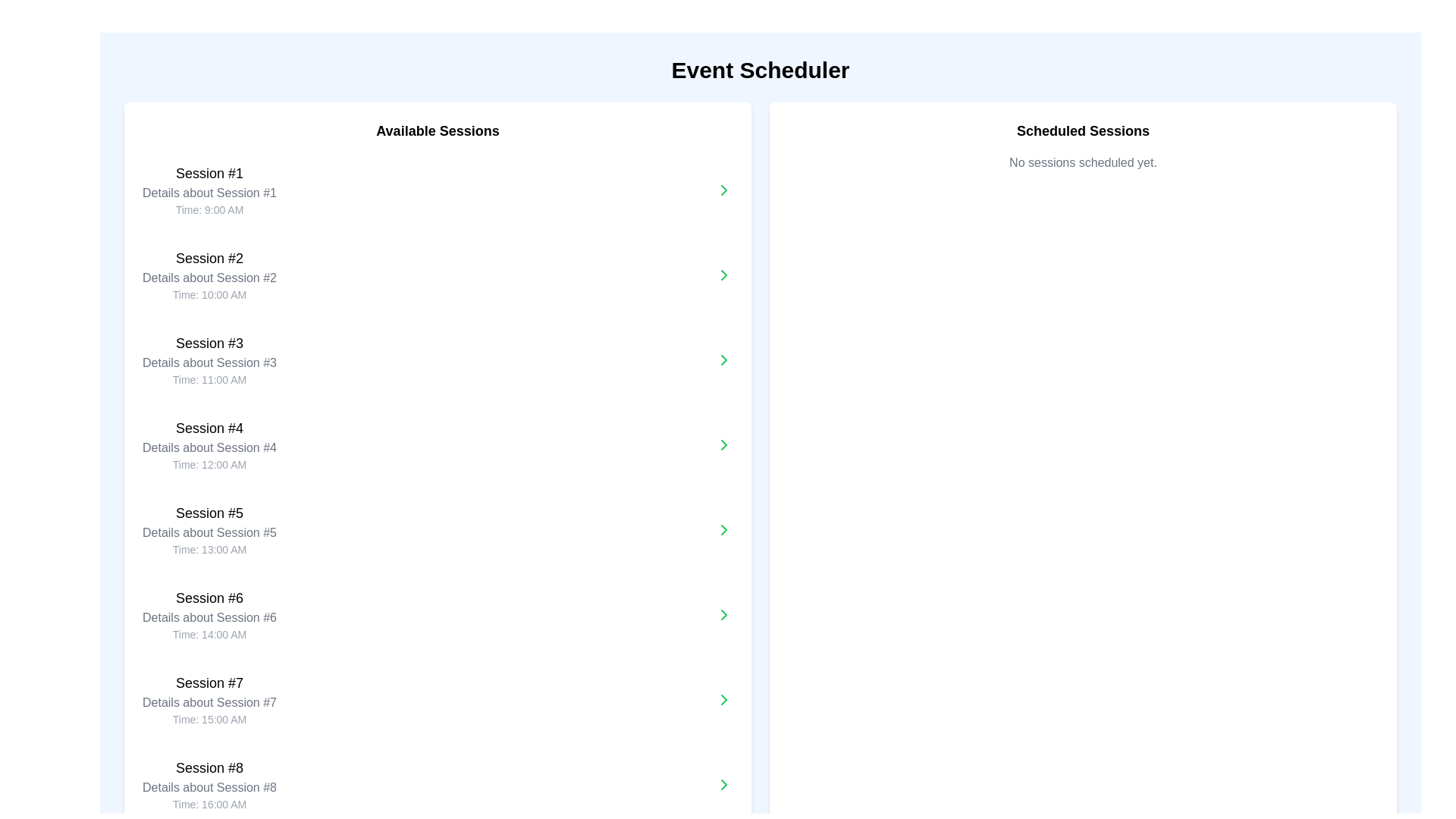 This screenshot has width=1456, height=819. What do you see at coordinates (209, 532) in the screenshot?
I see `the text description element that provides supplementary information about 'Session #5', located below the title and above the timestamp in the 'Available Sessions' section` at bounding box center [209, 532].